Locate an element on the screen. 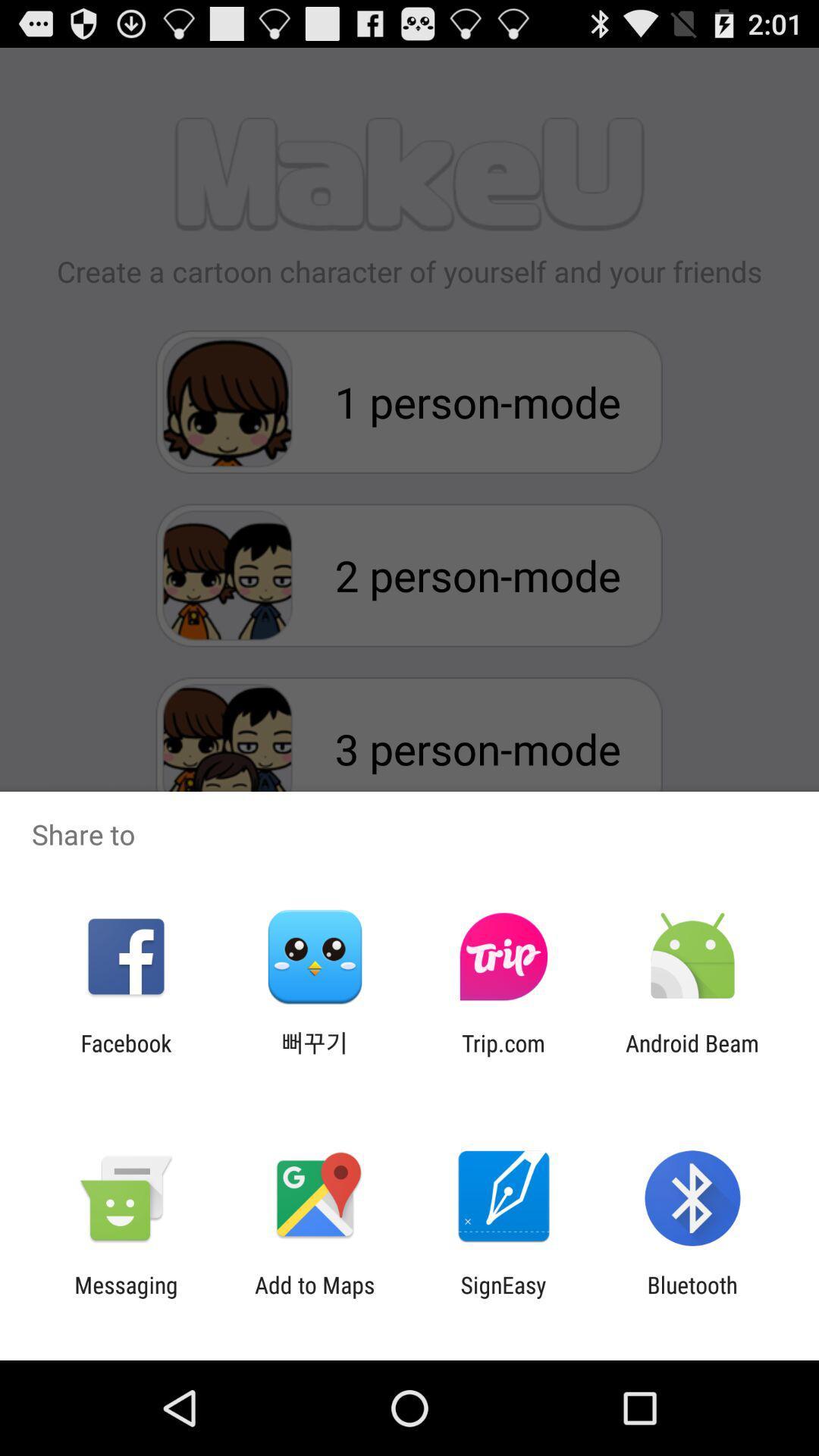 The width and height of the screenshot is (819, 1456). the app next to the add to maps app is located at coordinates (504, 1298).